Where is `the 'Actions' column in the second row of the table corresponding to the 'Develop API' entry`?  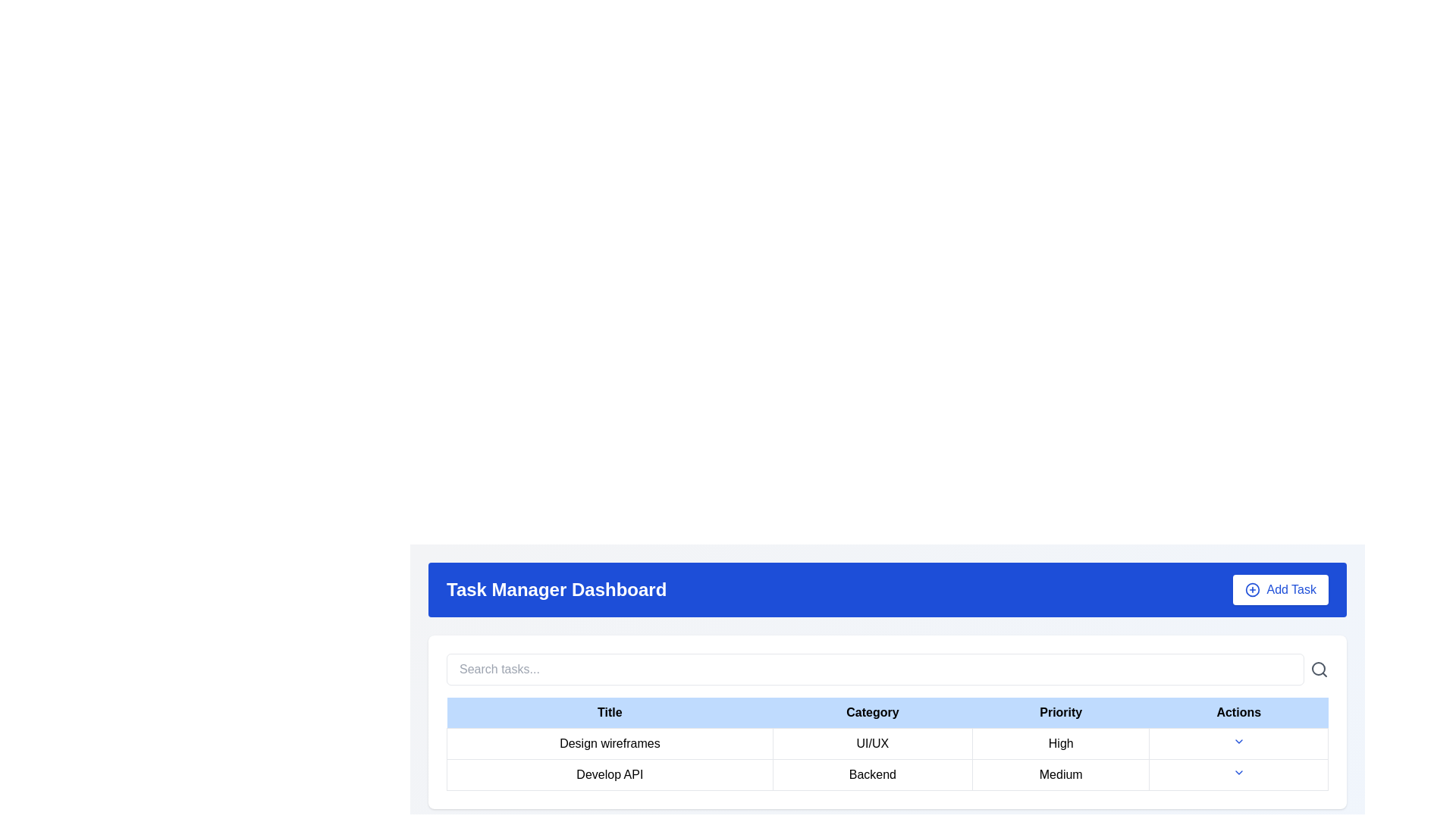
the 'Actions' column in the second row of the table corresponding to the 'Develop API' entry is located at coordinates (1238, 775).